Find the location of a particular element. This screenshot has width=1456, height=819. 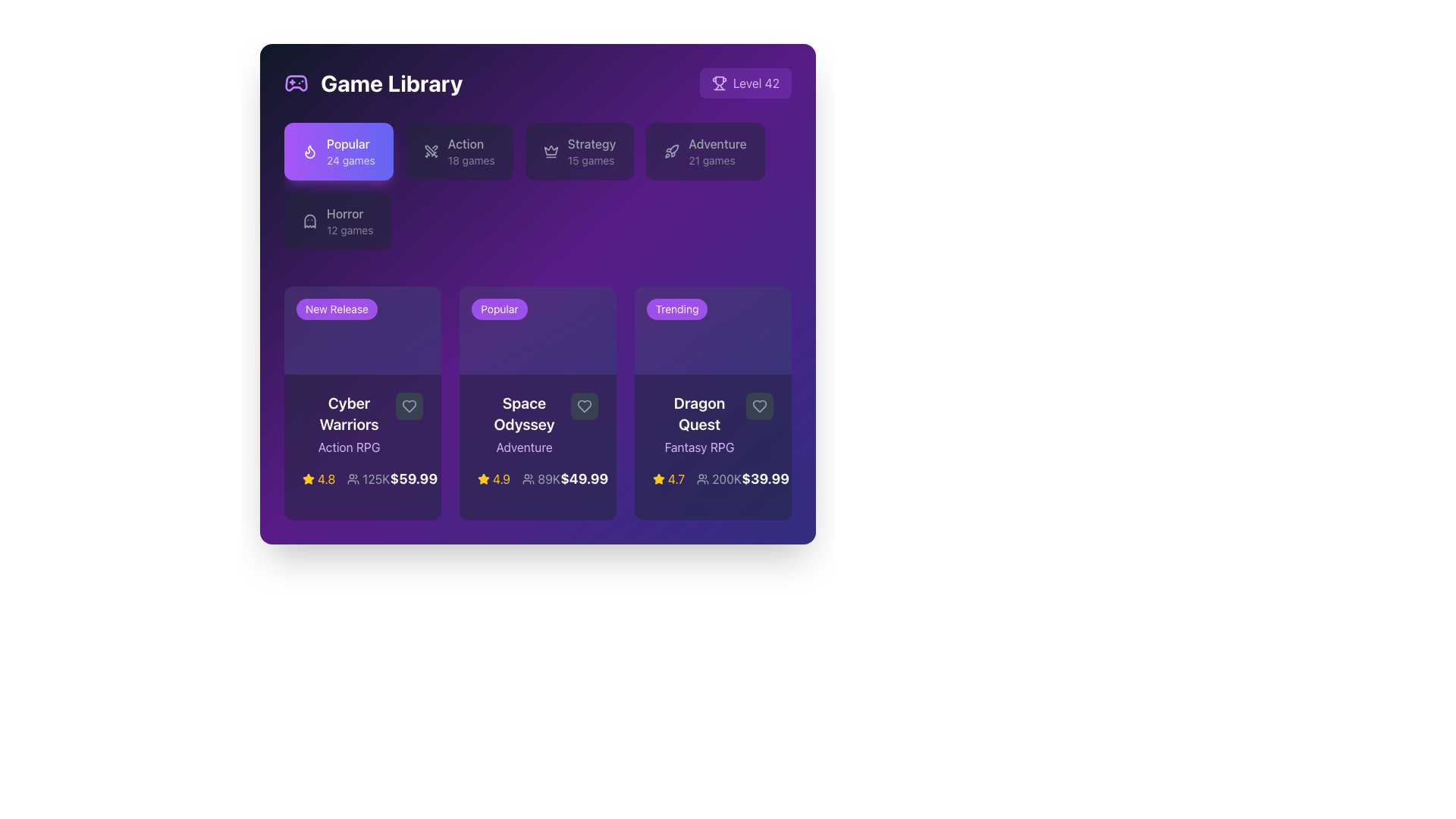

the heart icon in the top-right corner of the 'Dragon Quest' card is located at coordinates (760, 406).